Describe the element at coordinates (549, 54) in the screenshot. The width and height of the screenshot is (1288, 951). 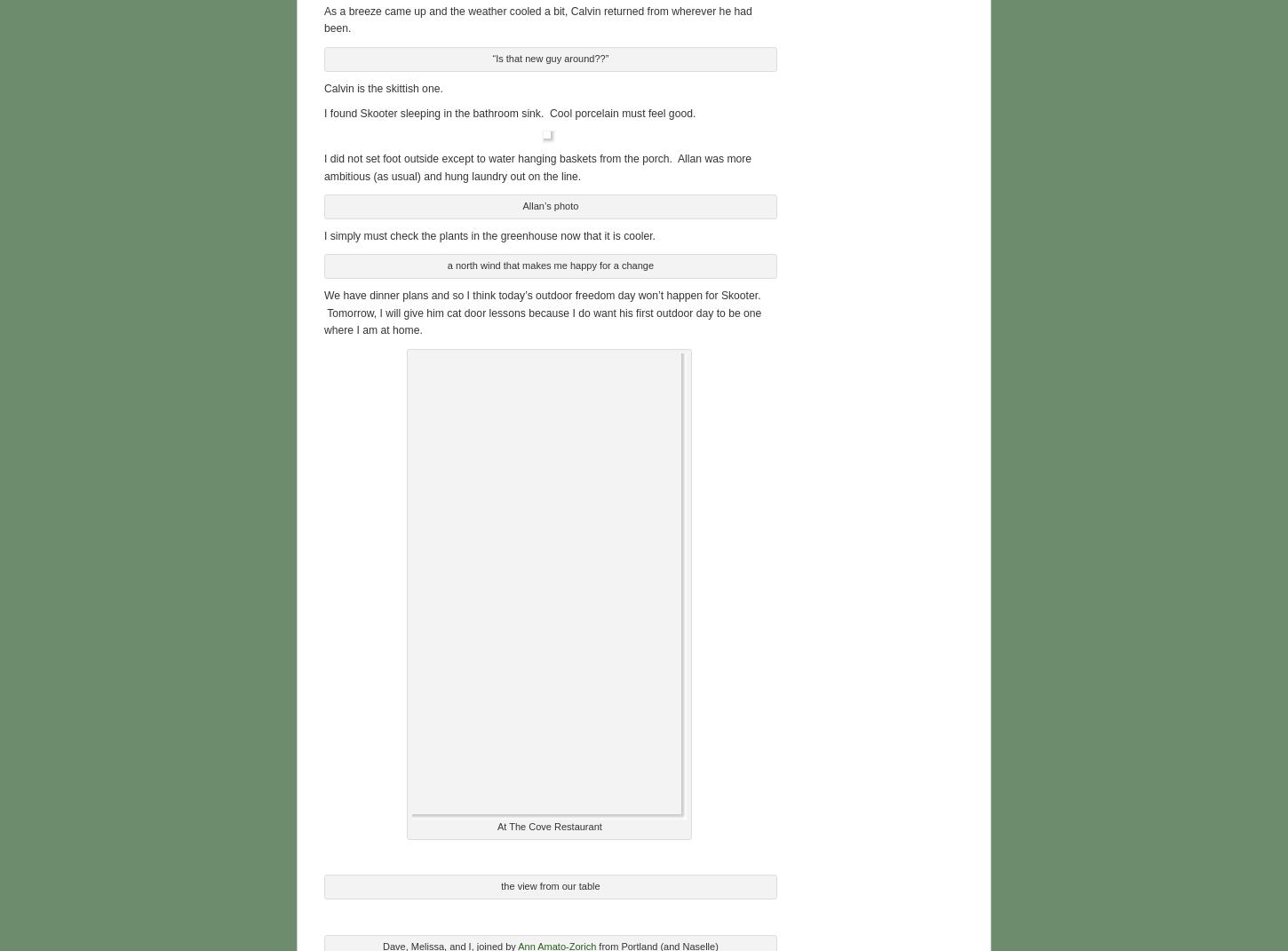
I see `'“Is that new guy around??”'` at that location.